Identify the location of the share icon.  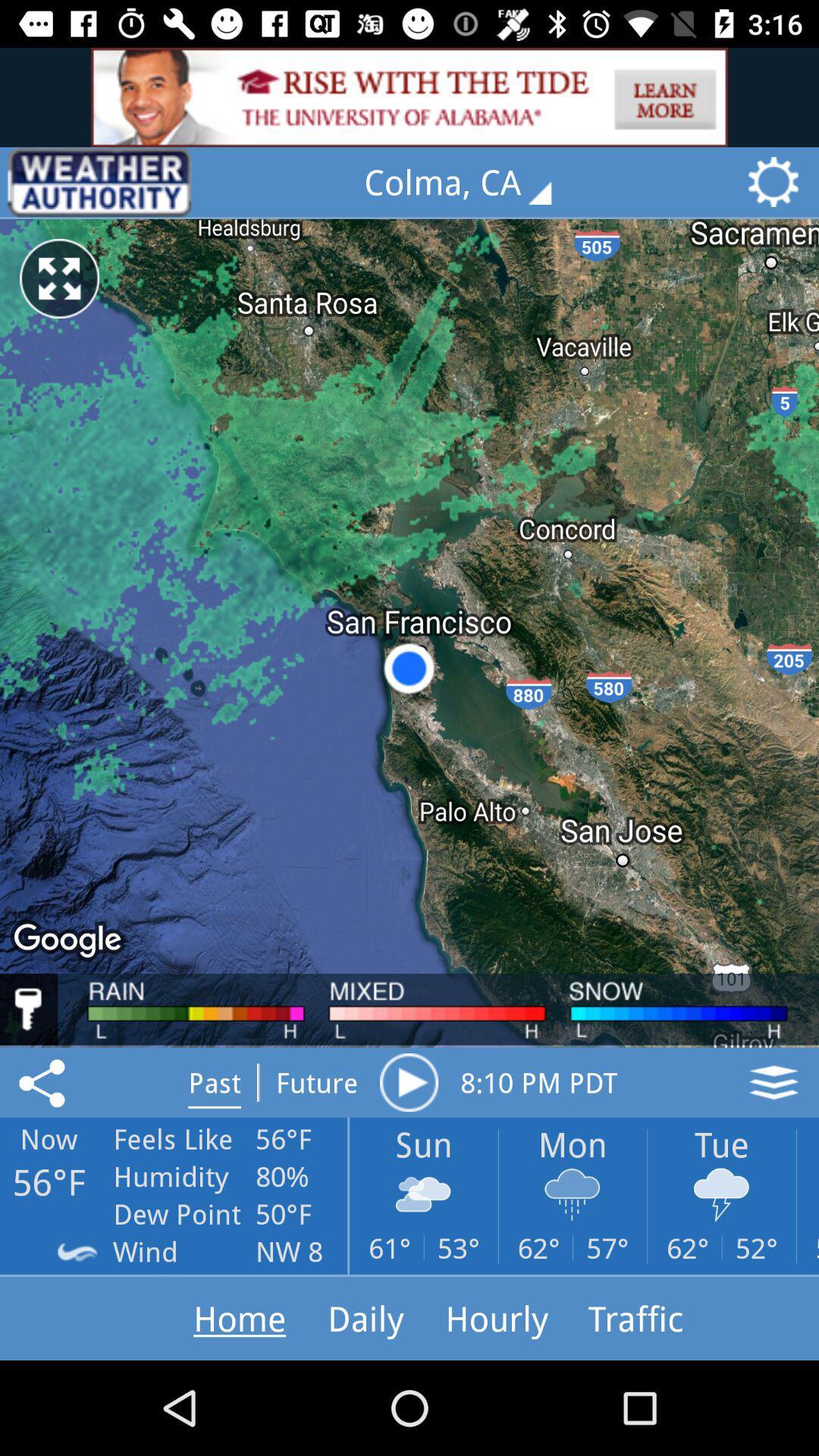
(44, 1081).